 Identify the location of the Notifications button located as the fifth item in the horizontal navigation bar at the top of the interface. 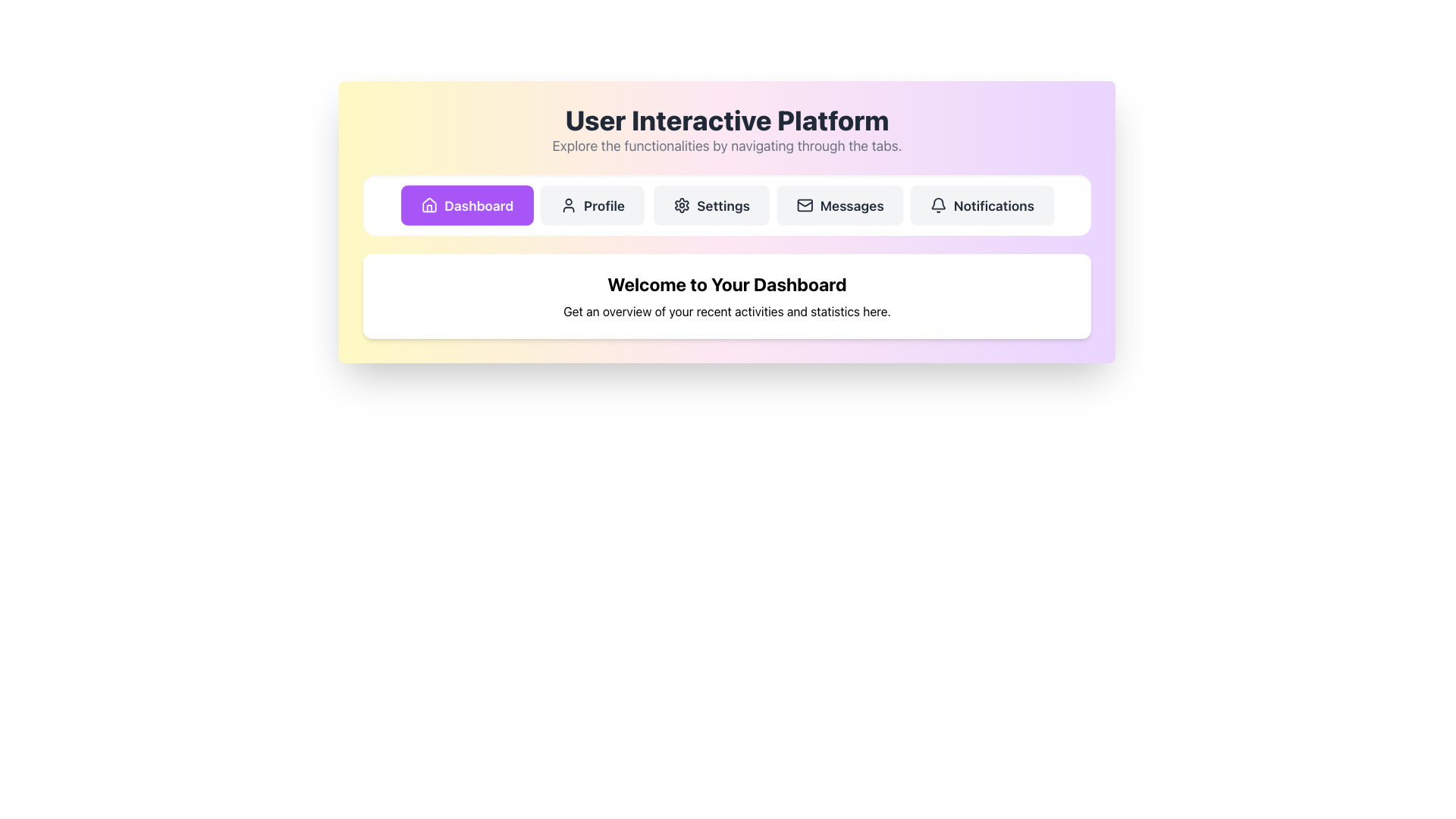
(982, 205).